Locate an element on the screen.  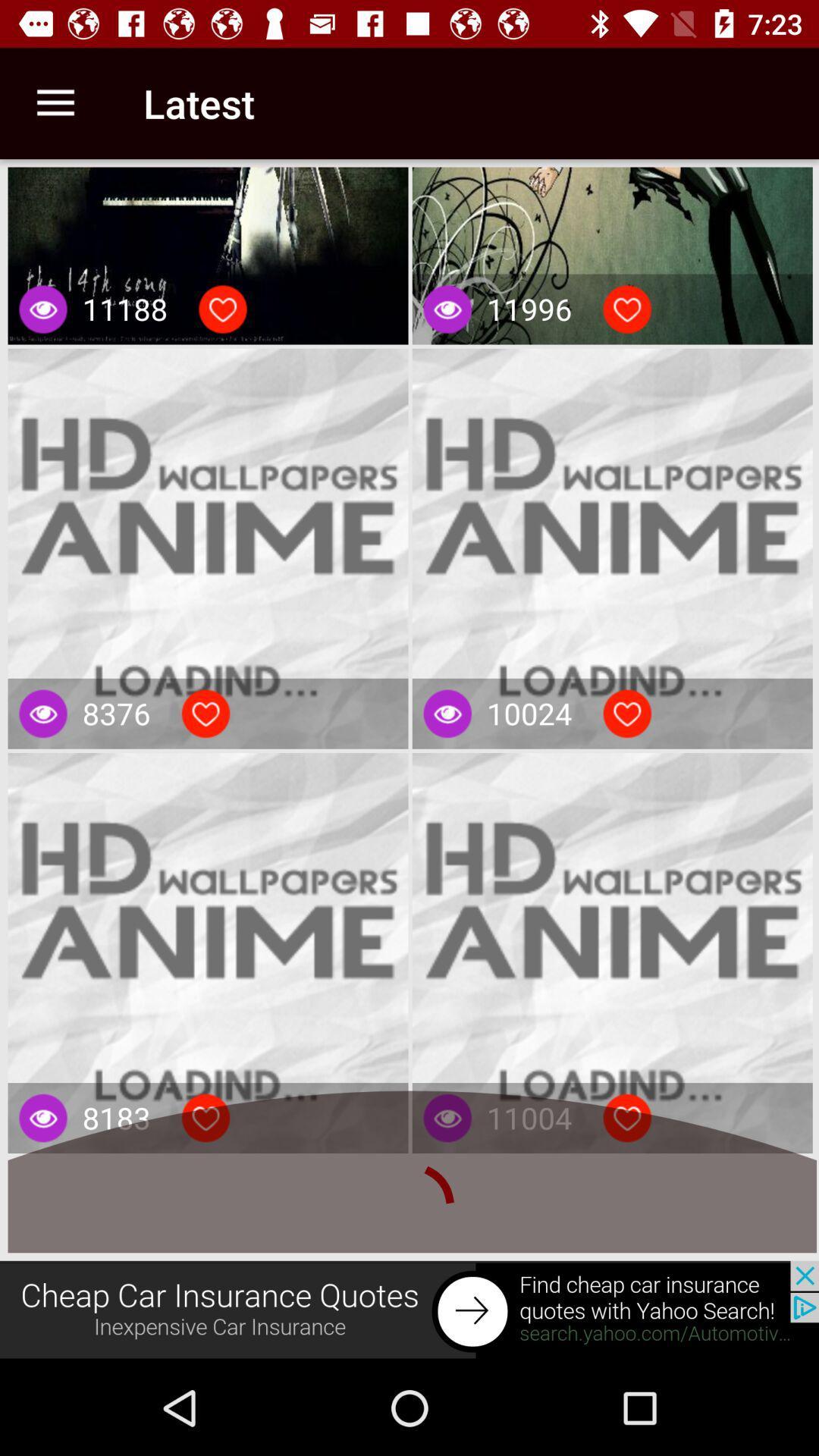
like buttons is located at coordinates (222, 309).